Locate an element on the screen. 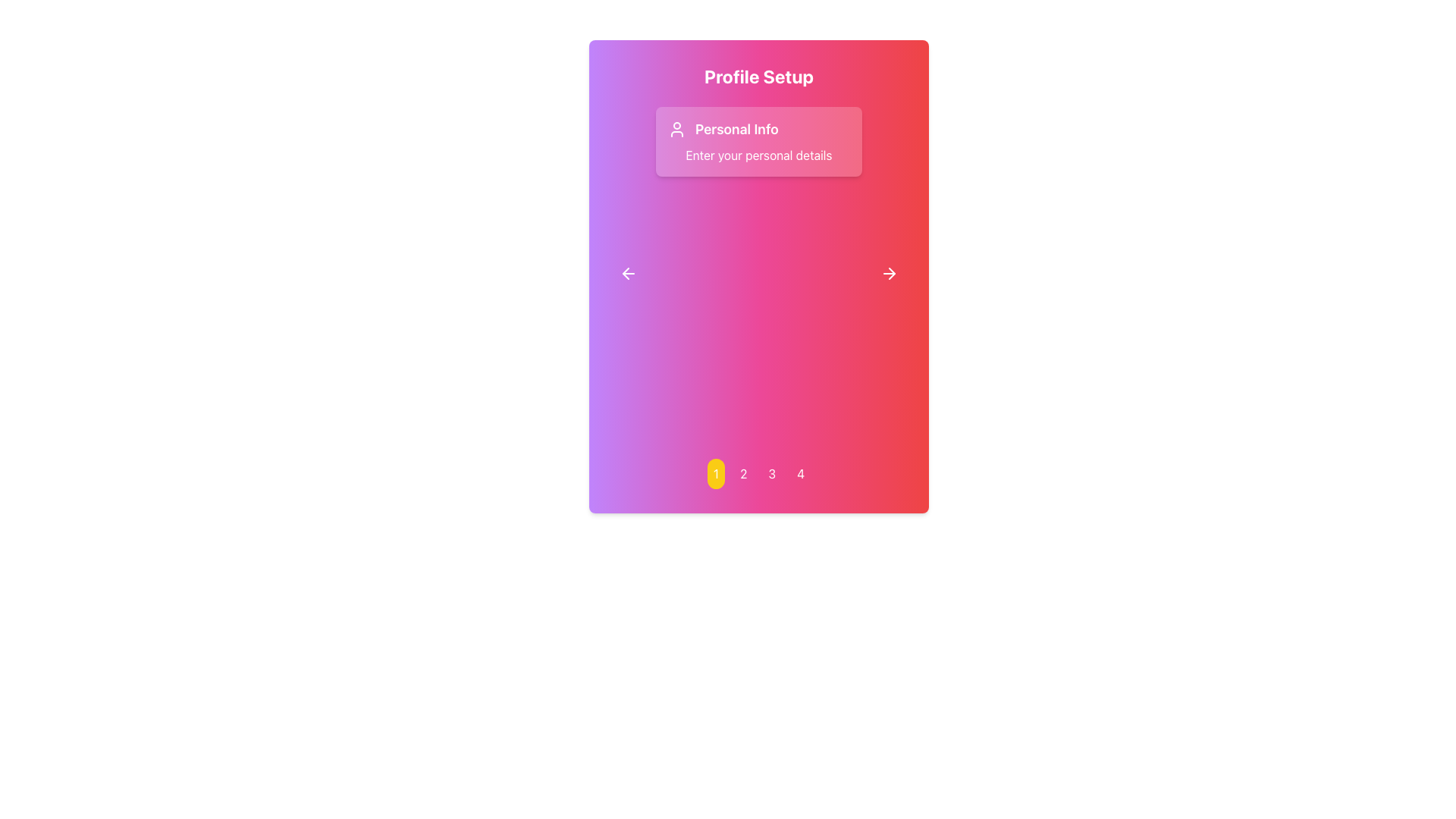 The width and height of the screenshot is (1456, 819). the first circular button located at the bottom center of the interface, which is used for selecting the first item in a multi-step process is located at coordinates (715, 472).